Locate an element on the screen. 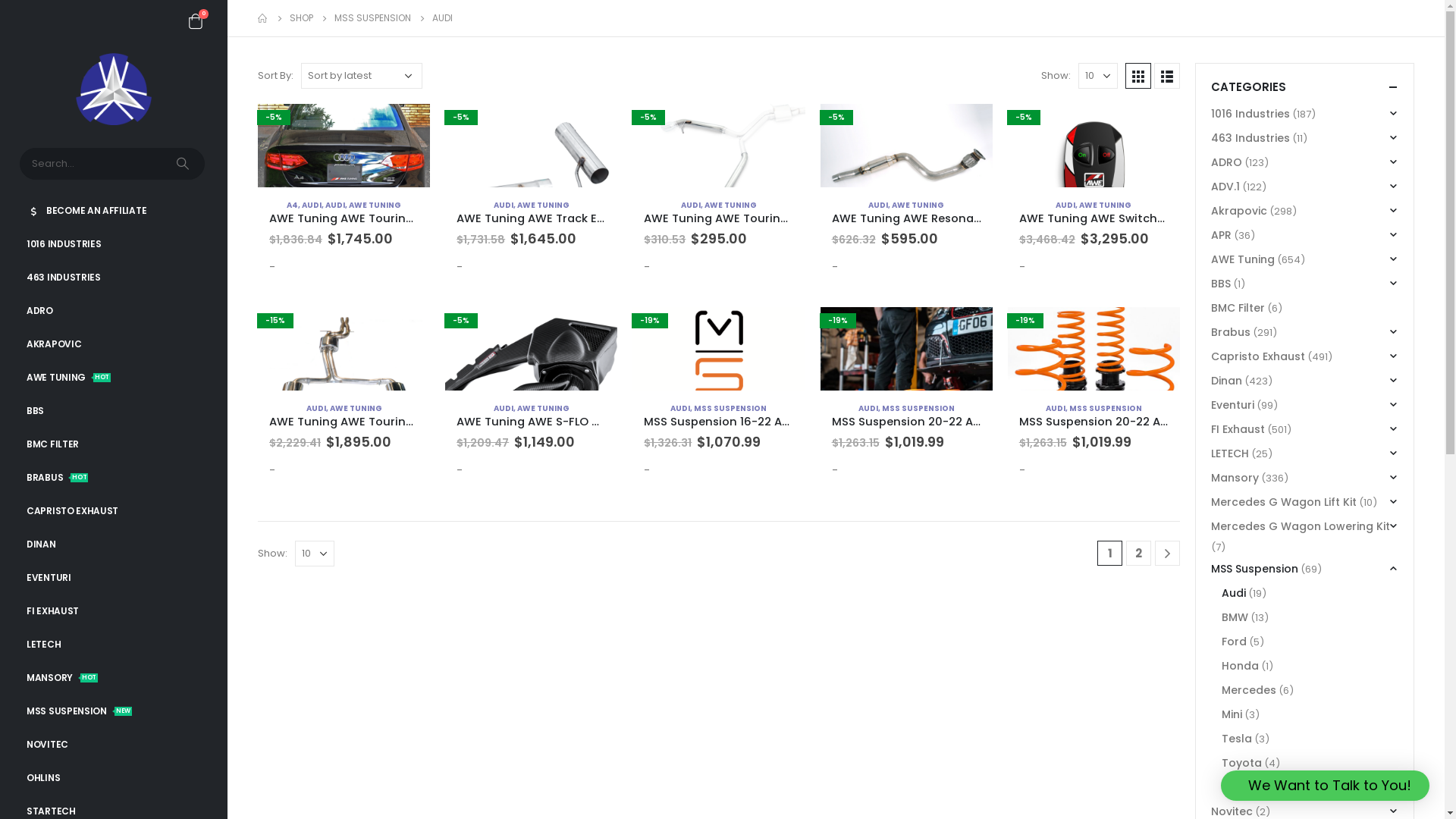 This screenshot has width=1456, height=819. 'ADRO' is located at coordinates (112, 310).